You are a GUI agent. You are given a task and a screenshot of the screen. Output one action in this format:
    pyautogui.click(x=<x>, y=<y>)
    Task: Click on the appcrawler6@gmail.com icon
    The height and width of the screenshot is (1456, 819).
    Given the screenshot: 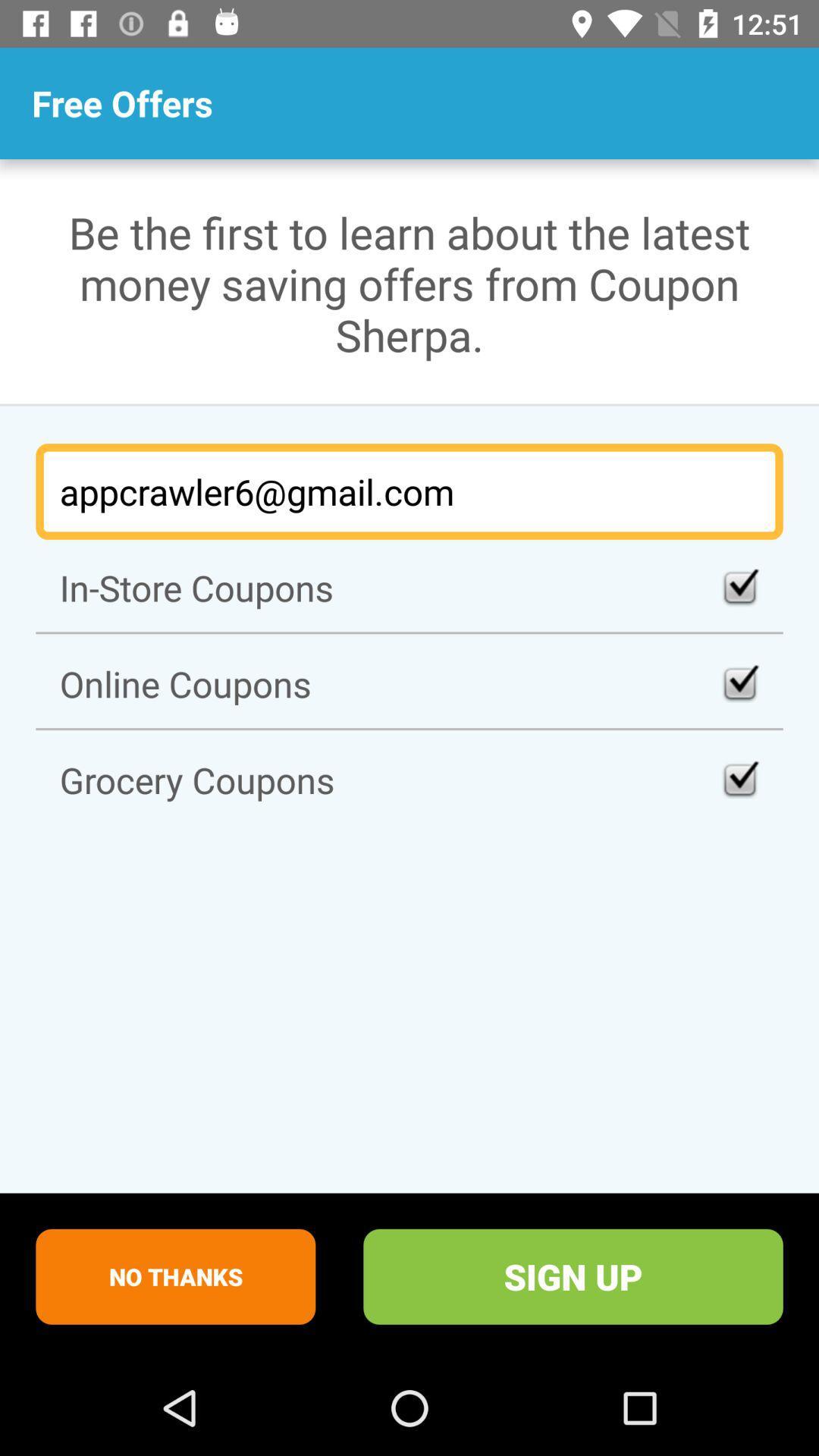 What is the action you would take?
    pyautogui.click(x=409, y=491)
    